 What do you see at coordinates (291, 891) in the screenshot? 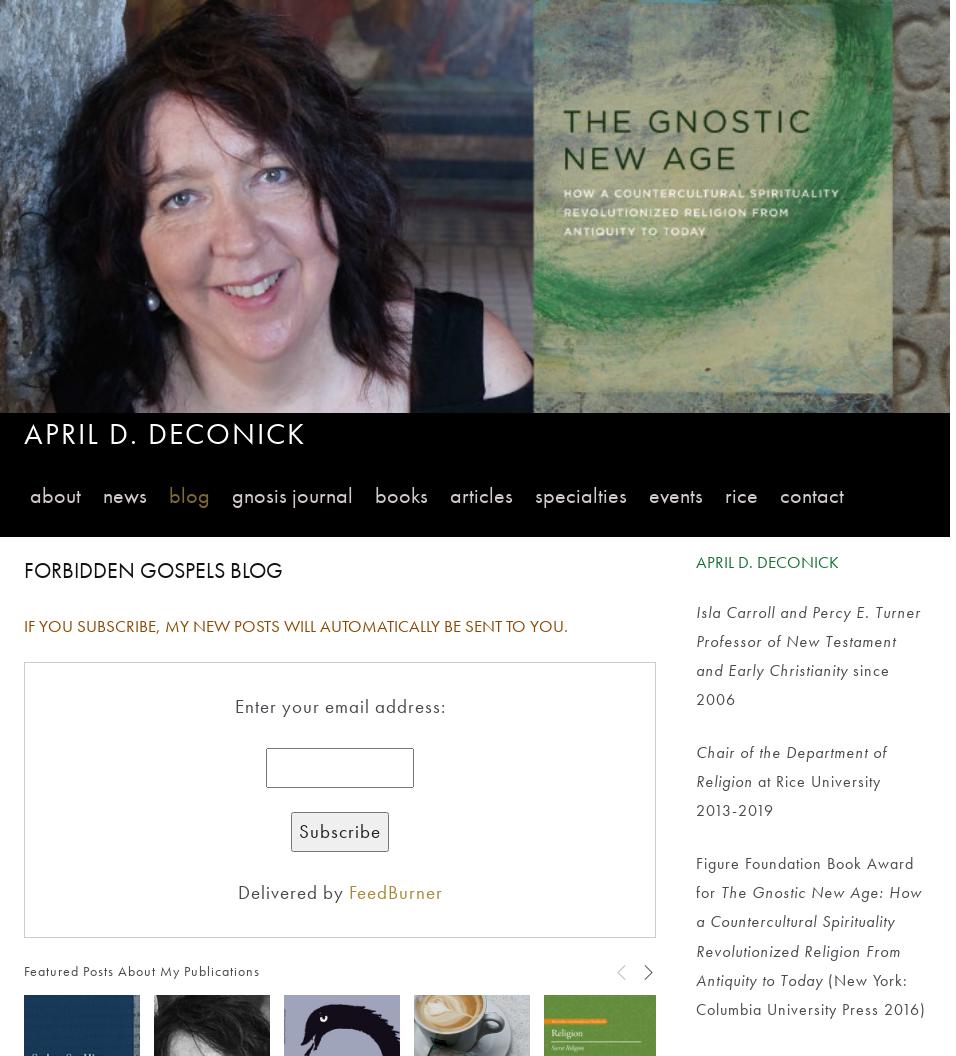
I see `'Delivered by'` at bounding box center [291, 891].